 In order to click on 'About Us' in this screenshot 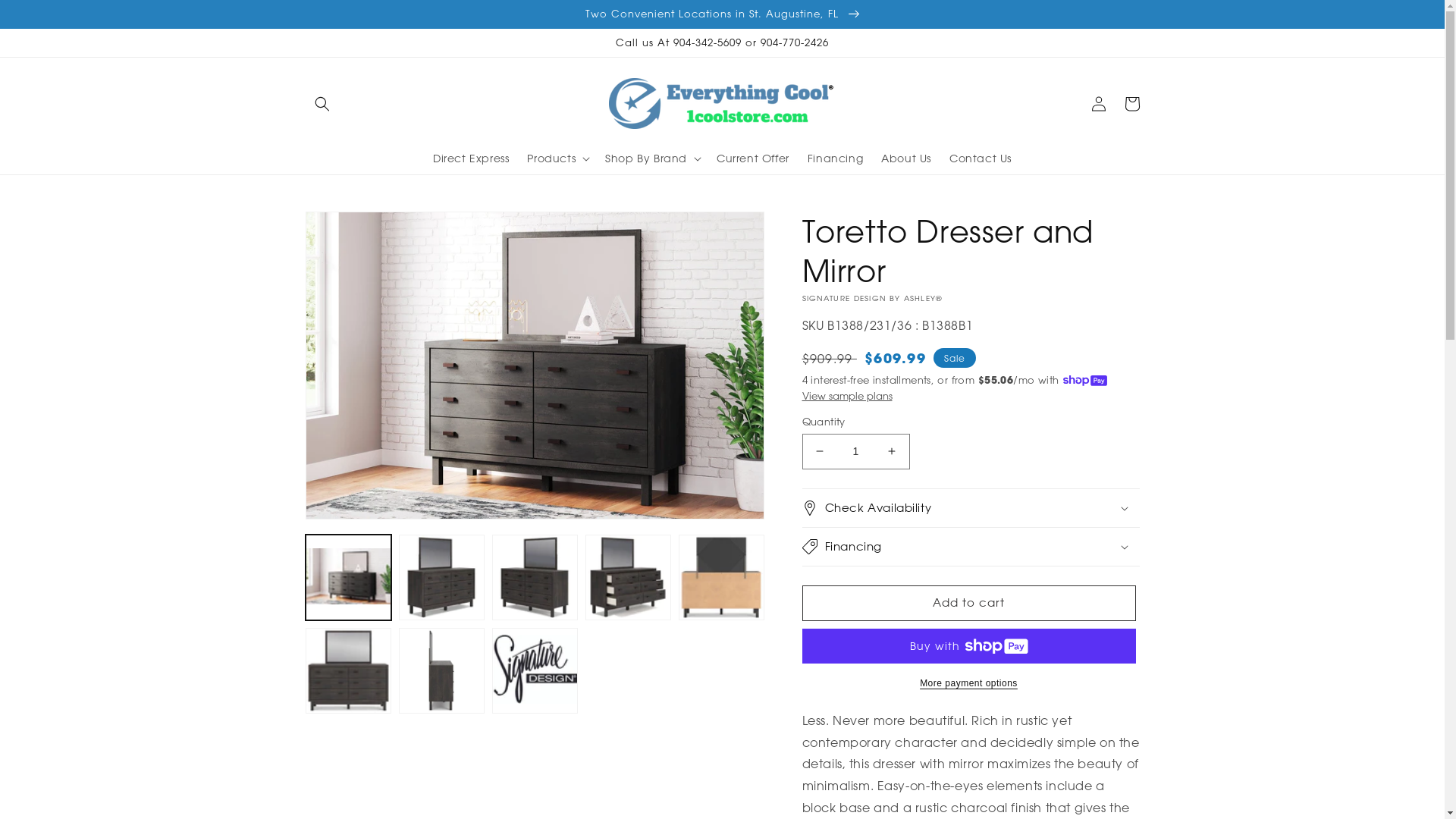, I will do `click(906, 158)`.